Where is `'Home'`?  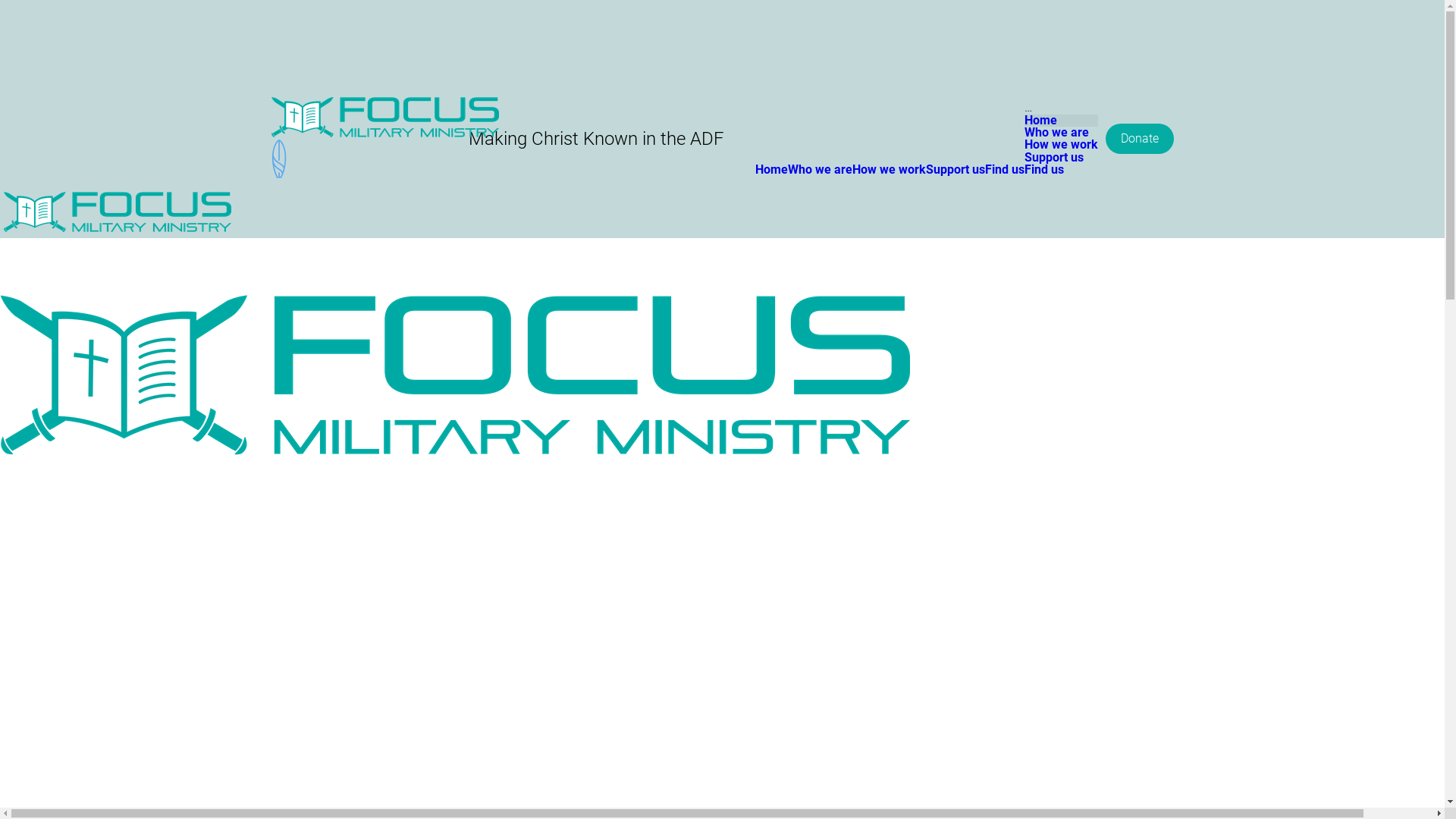 'Home' is located at coordinates (1039, 118).